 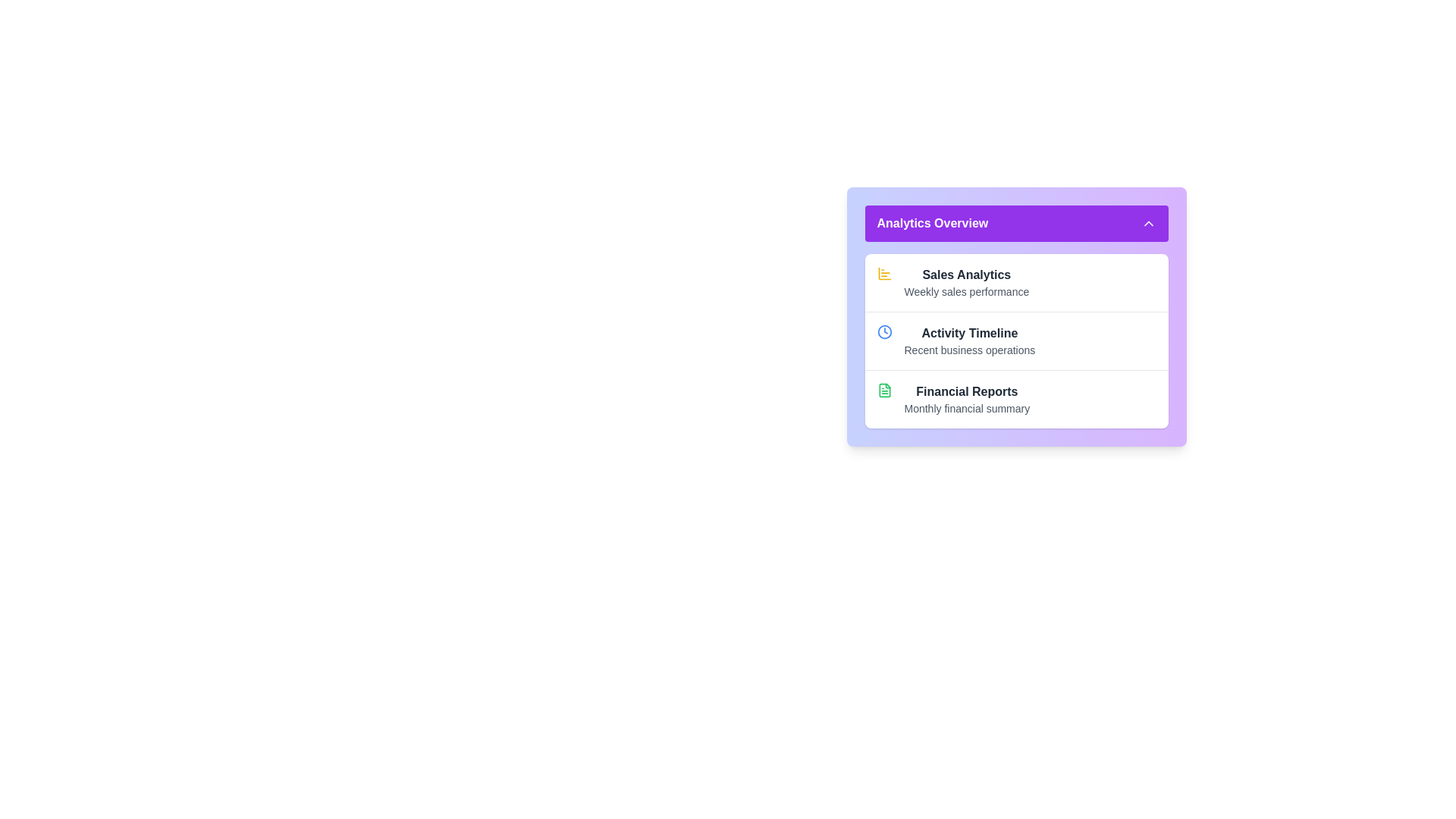 I want to click on the text label 'Recent business operations' which is positioned below the 'Activity Timeline' header in a card layout, so click(x=968, y=350).